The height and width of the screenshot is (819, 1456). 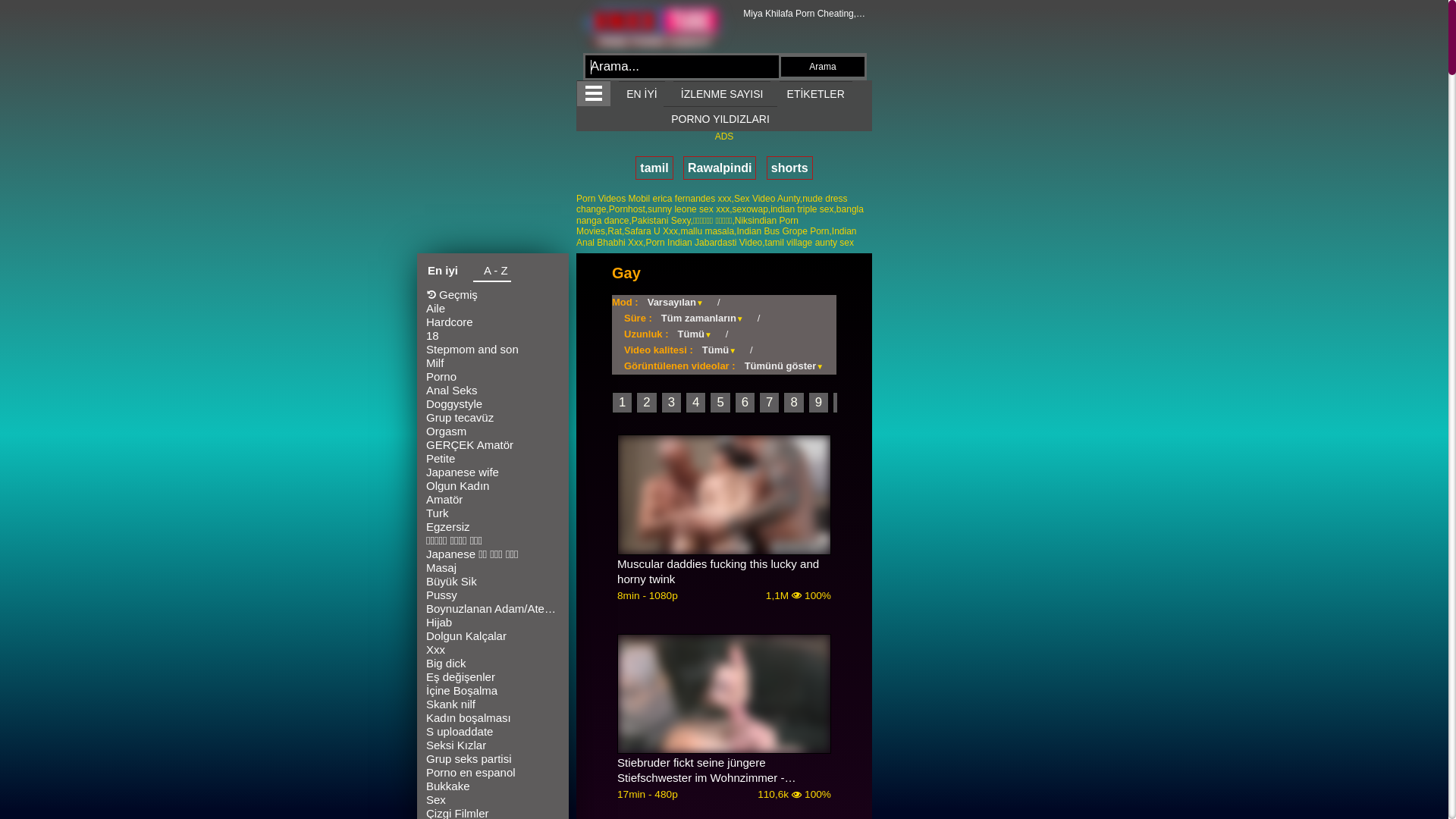 I want to click on 'Skank nilf', so click(x=492, y=704).